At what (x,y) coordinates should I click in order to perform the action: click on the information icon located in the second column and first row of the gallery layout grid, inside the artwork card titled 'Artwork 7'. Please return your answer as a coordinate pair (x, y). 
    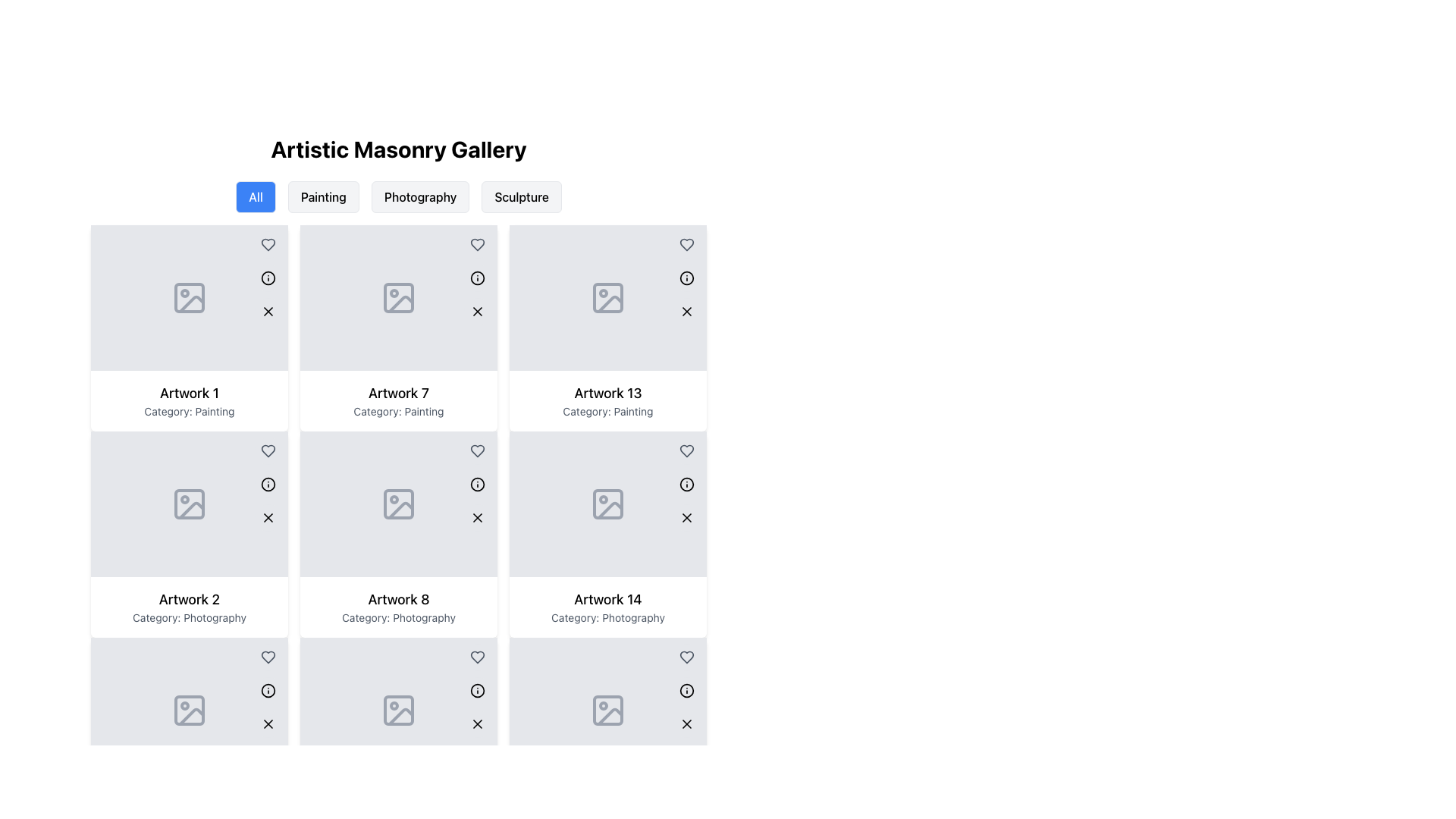
    Looking at the image, I should click on (268, 278).